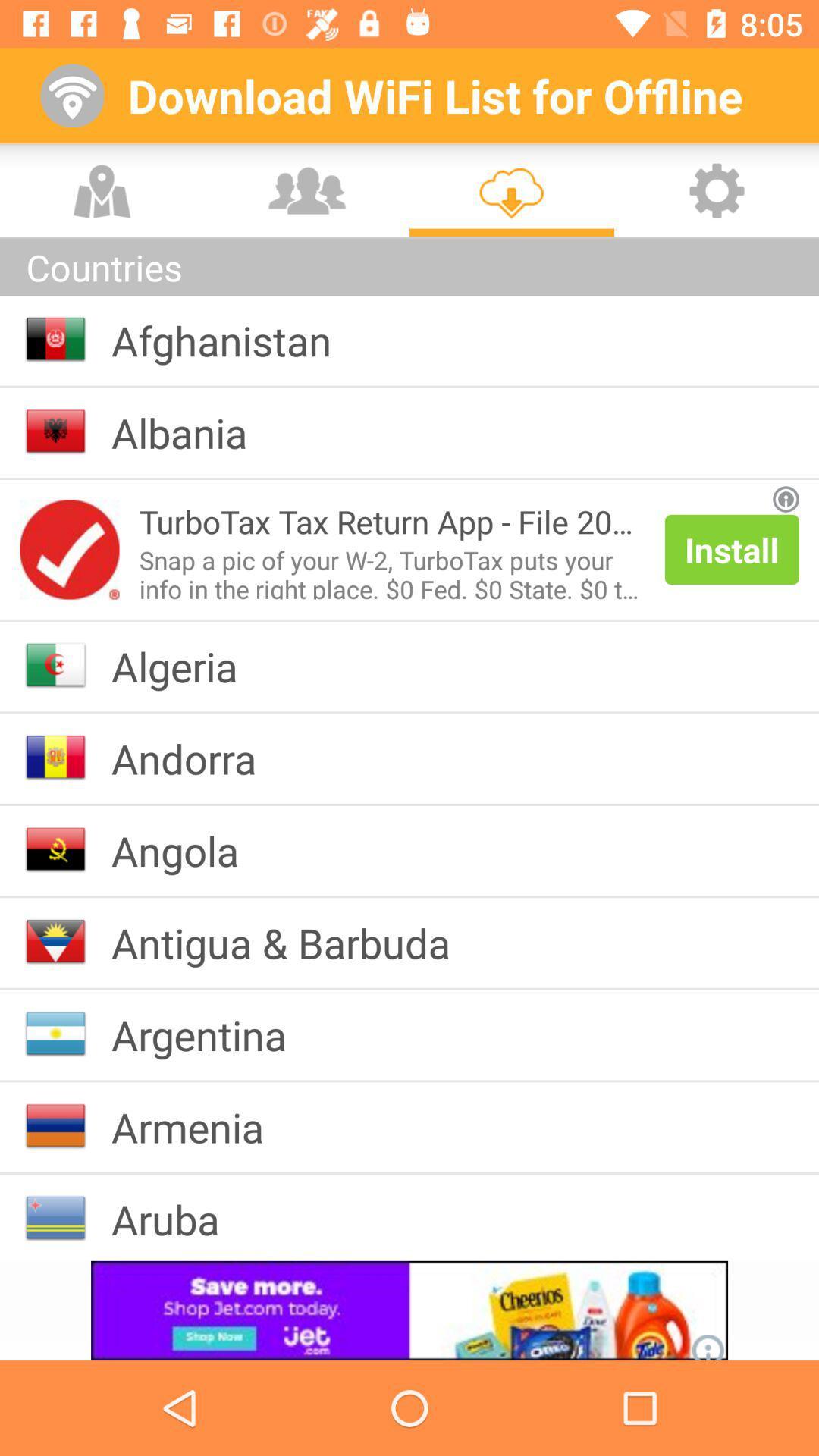 The height and width of the screenshot is (1456, 819). I want to click on app below armenia item, so click(177, 1219).